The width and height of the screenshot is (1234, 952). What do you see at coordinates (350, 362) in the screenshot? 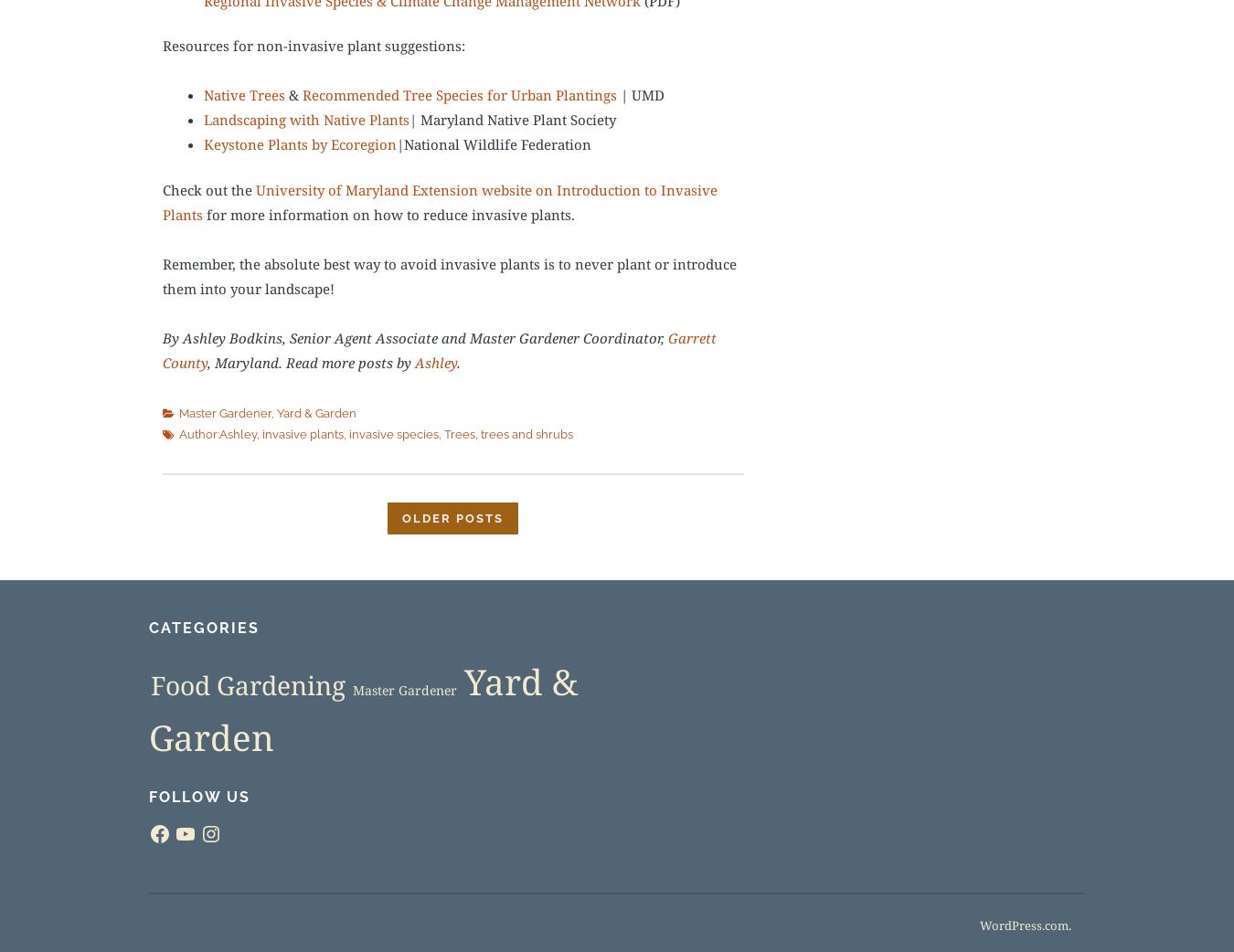
I see `'Read more posts by'` at bounding box center [350, 362].